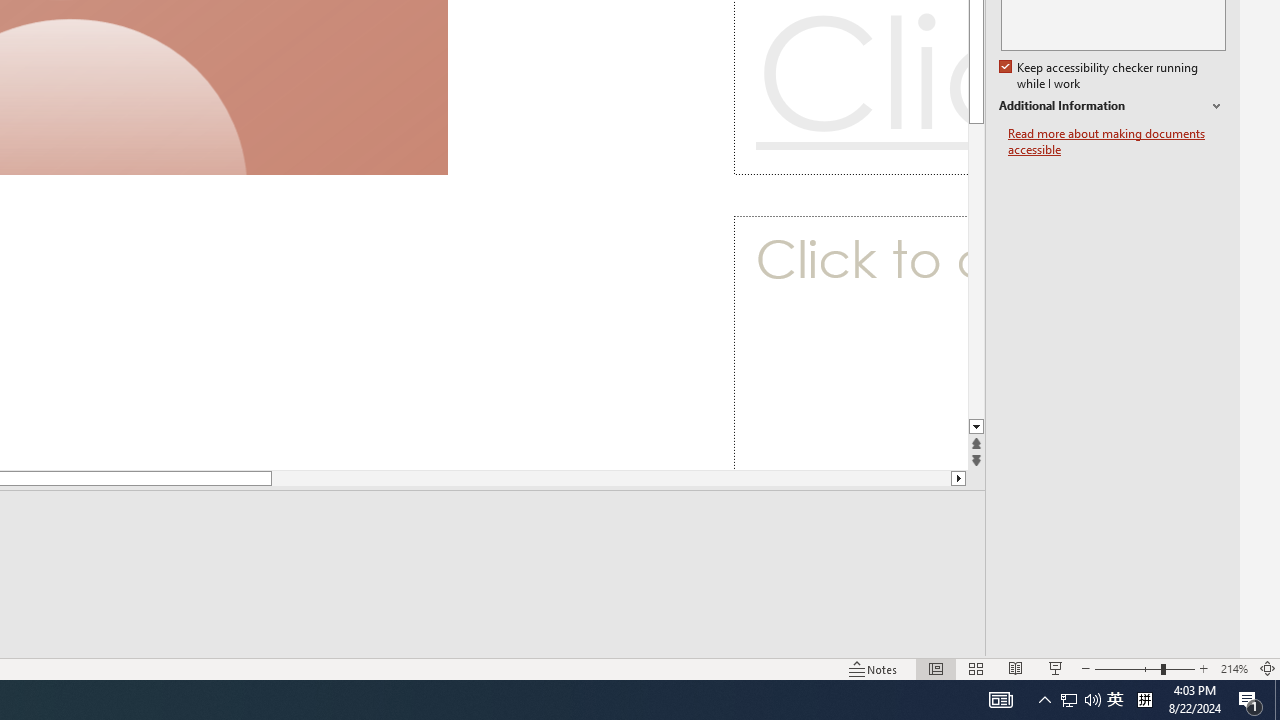 The image size is (1280, 720). Describe the element at coordinates (1116, 141) in the screenshot. I see `'Read more about making documents accessible'` at that location.